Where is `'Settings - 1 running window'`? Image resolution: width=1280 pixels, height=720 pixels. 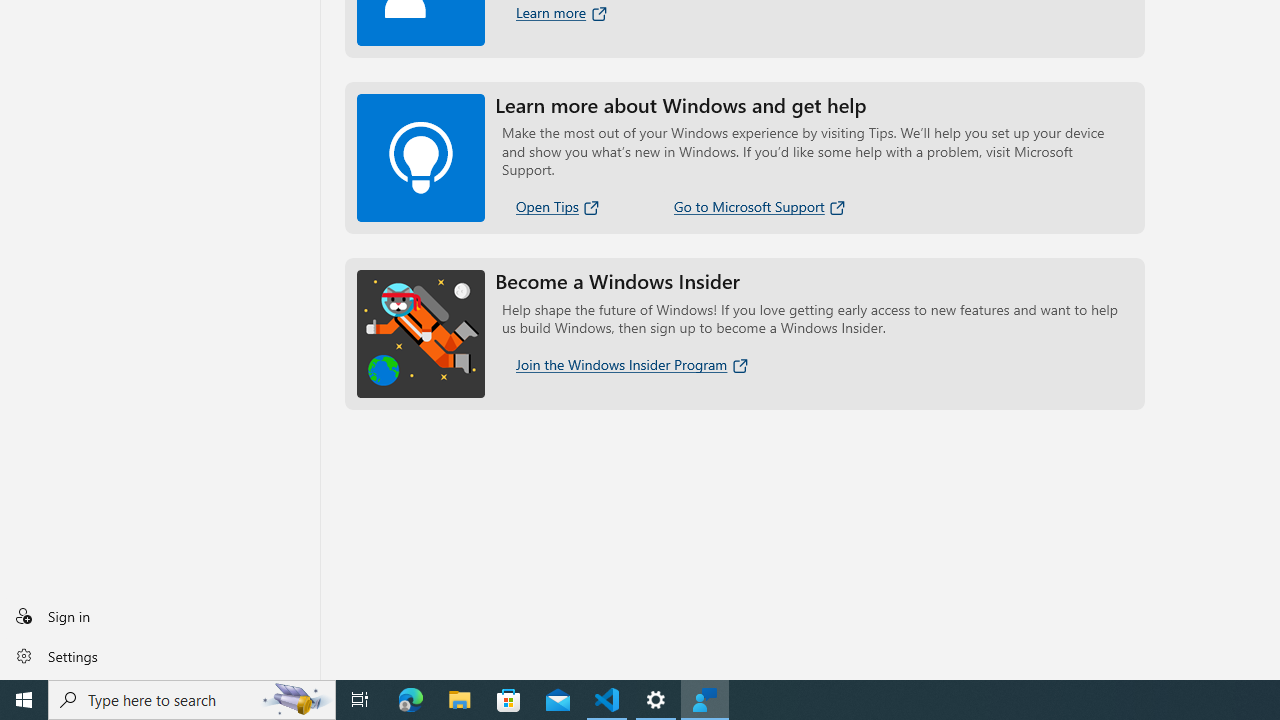
'Settings - 1 running window' is located at coordinates (656, 698).